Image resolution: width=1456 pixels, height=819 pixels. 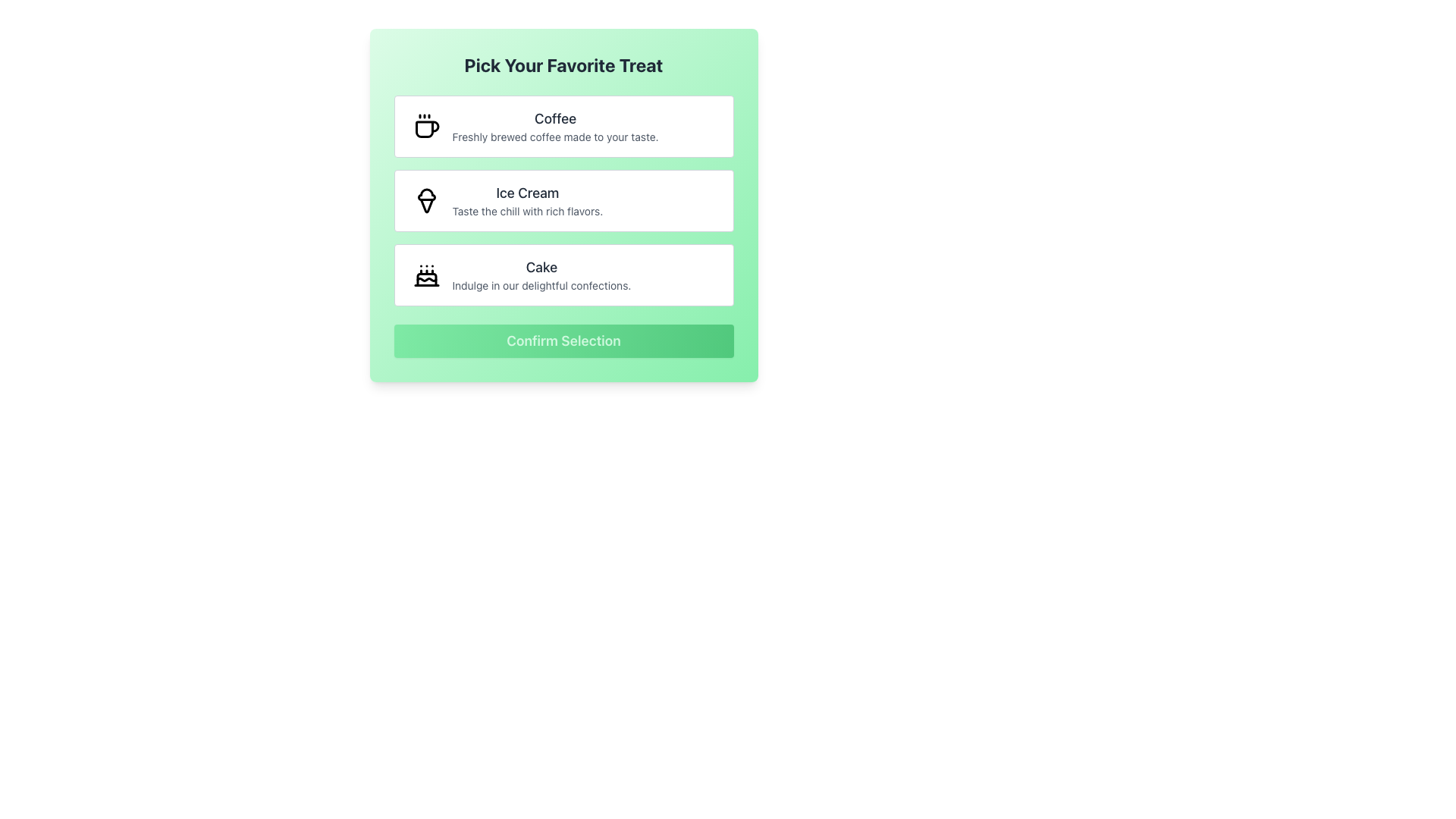 What do you see at coordinates (425, 206) in the screenshot?
I see `the lower pointed section of the ice cream cone icon, which is the second entry in the list labeled 'Ice Cream'` at bounding box center [425, 206].